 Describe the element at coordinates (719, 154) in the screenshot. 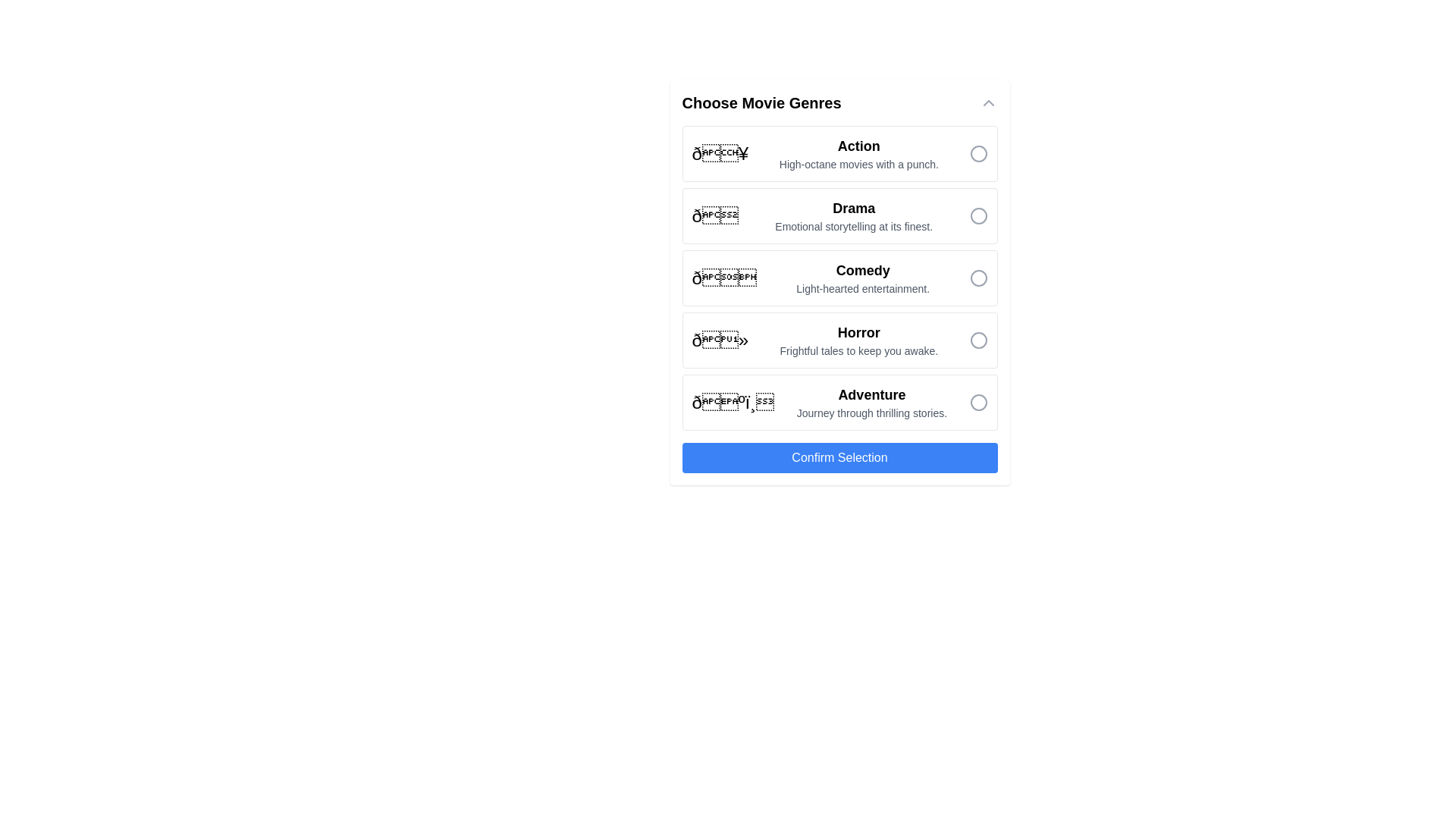

I see `the large flame emoji icon representing the 'Action' movie genre, located at the start of the genre selection row` at that location.